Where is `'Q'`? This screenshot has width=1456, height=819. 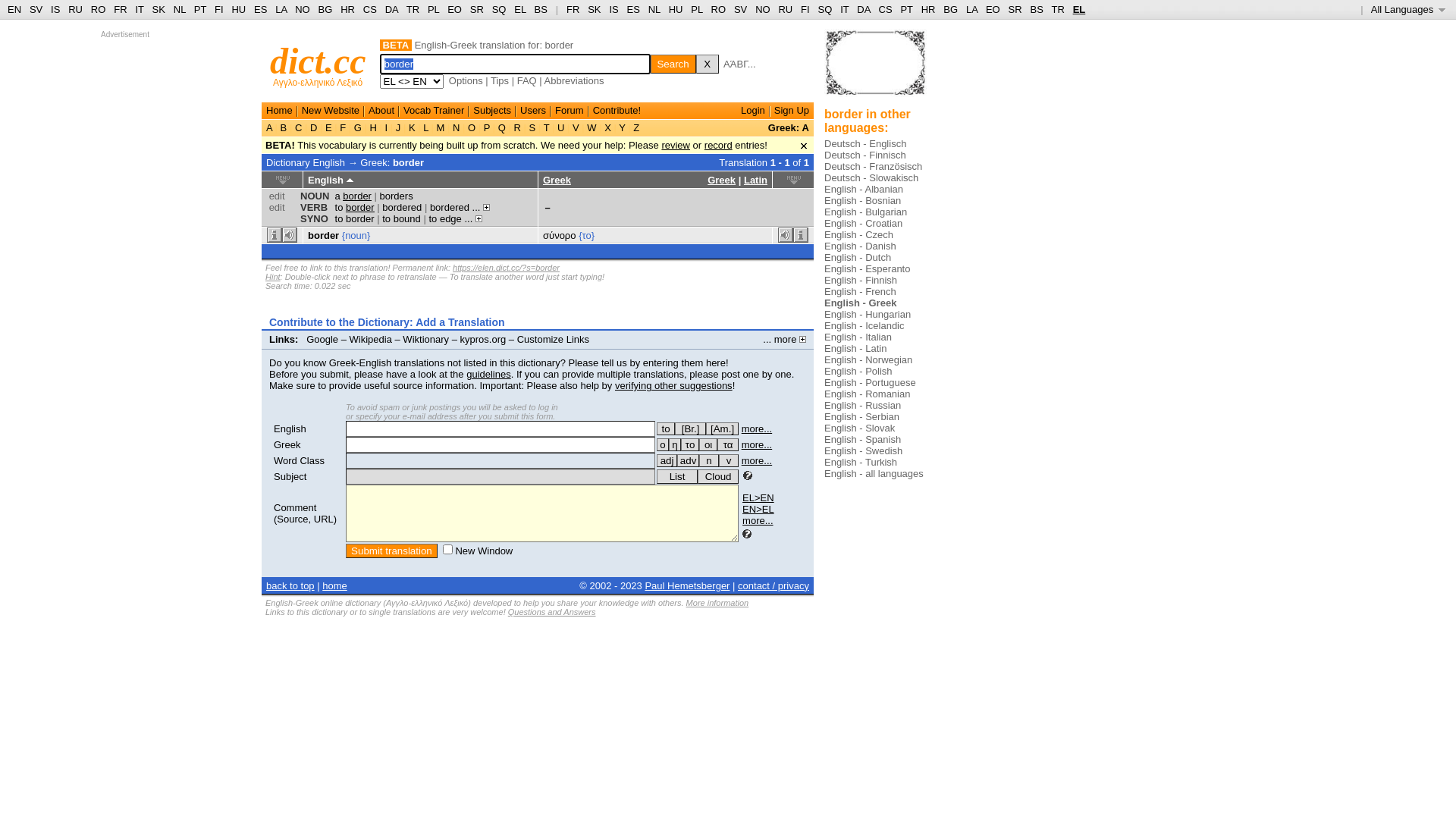
'Q' is located at coordinates (501, 127).